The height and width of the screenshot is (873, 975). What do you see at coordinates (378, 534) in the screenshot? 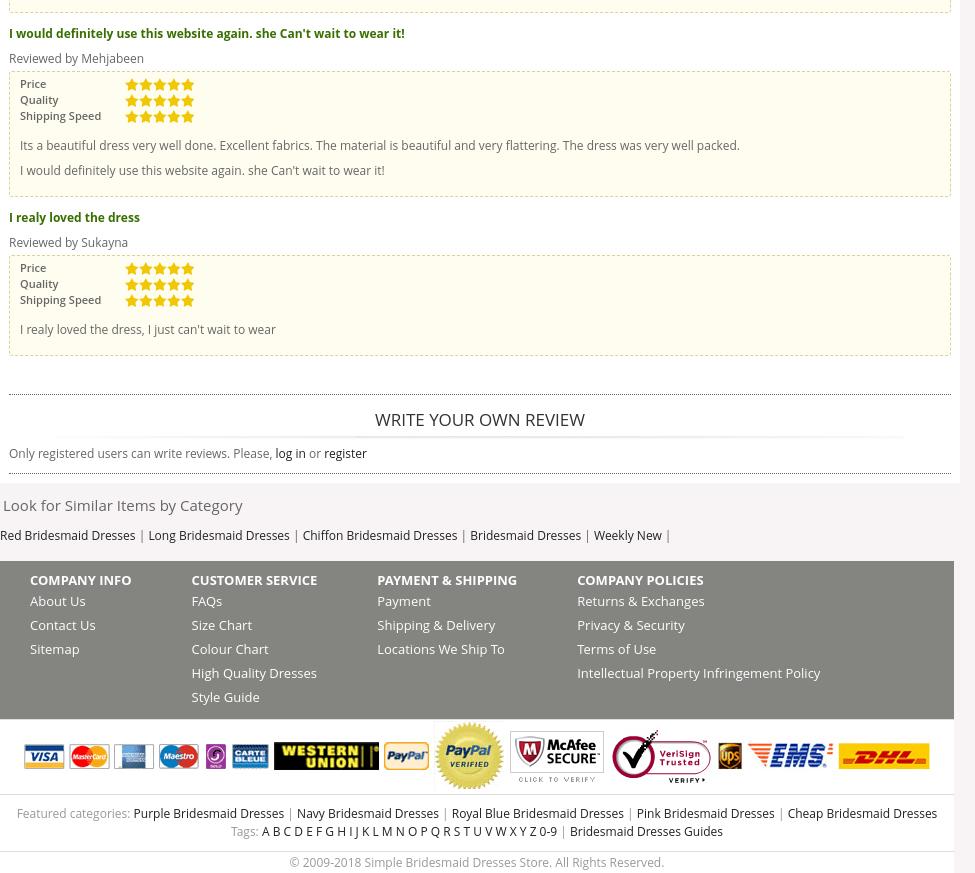
I see `'Chiffon Bridesmaid Dresses'` at bounding box center [378, 534].